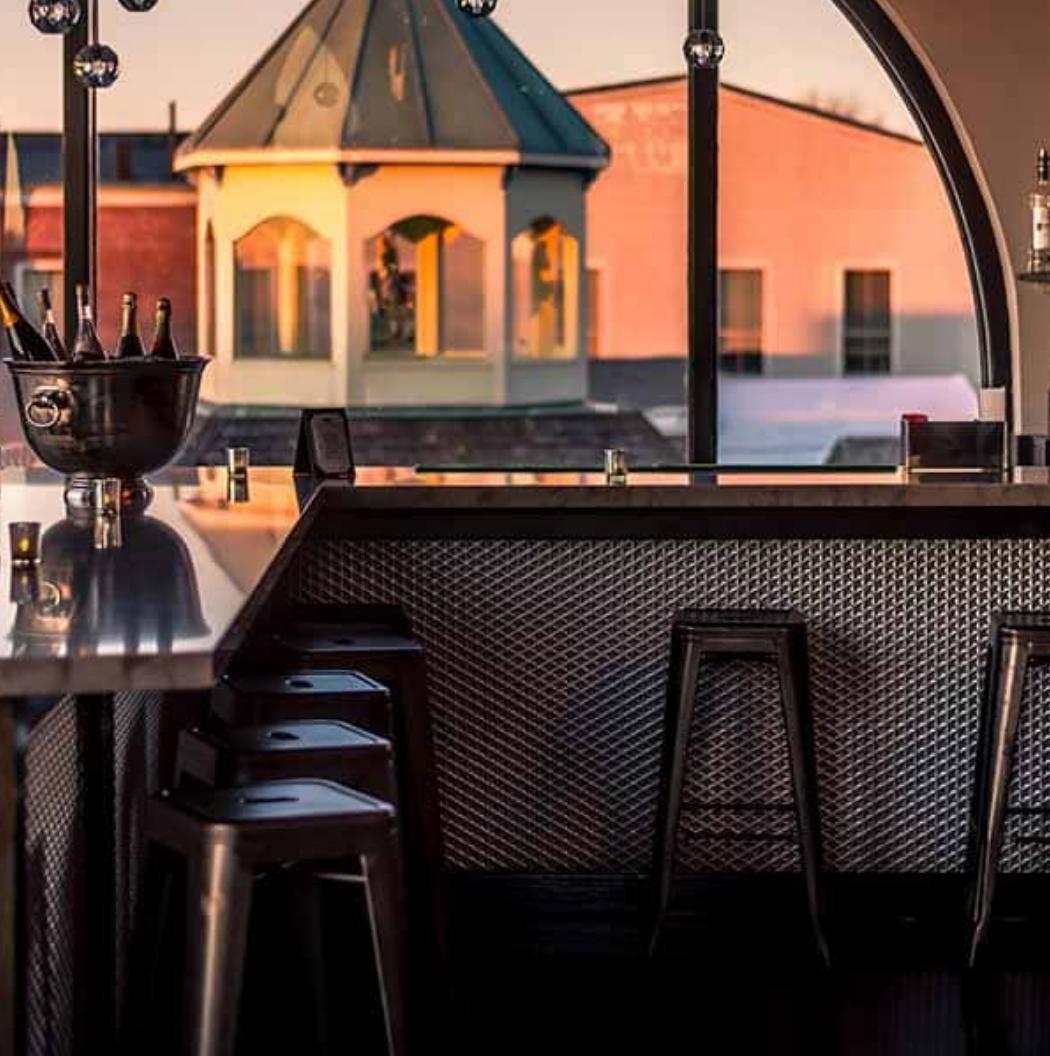 This screenshot has width=1050, height=1056. Describe the element at coordinates (712, 9) in the screenshot. I see `'help@thepelham.com'` at that location.